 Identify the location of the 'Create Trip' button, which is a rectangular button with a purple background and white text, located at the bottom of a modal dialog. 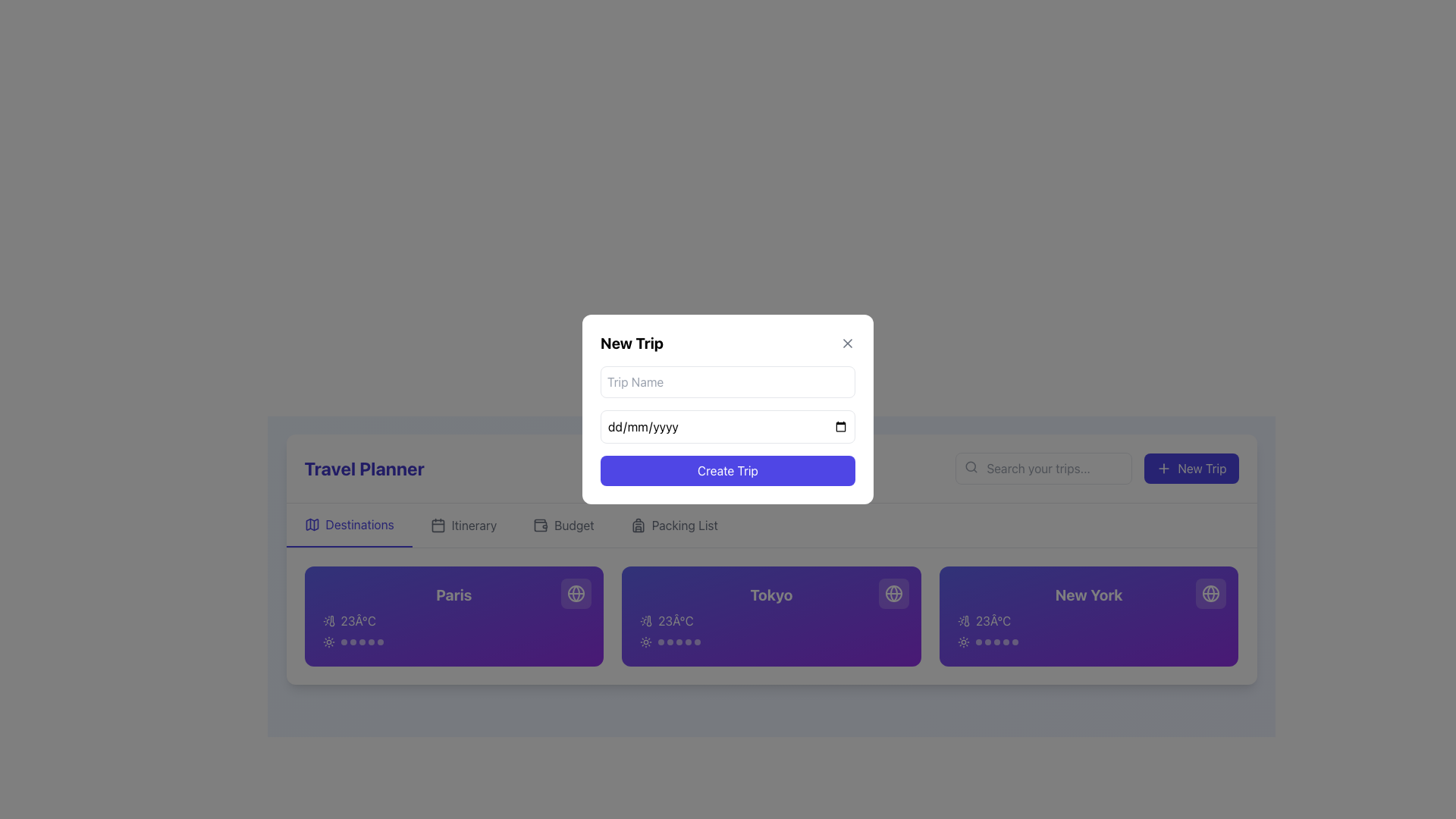
(728, 470).